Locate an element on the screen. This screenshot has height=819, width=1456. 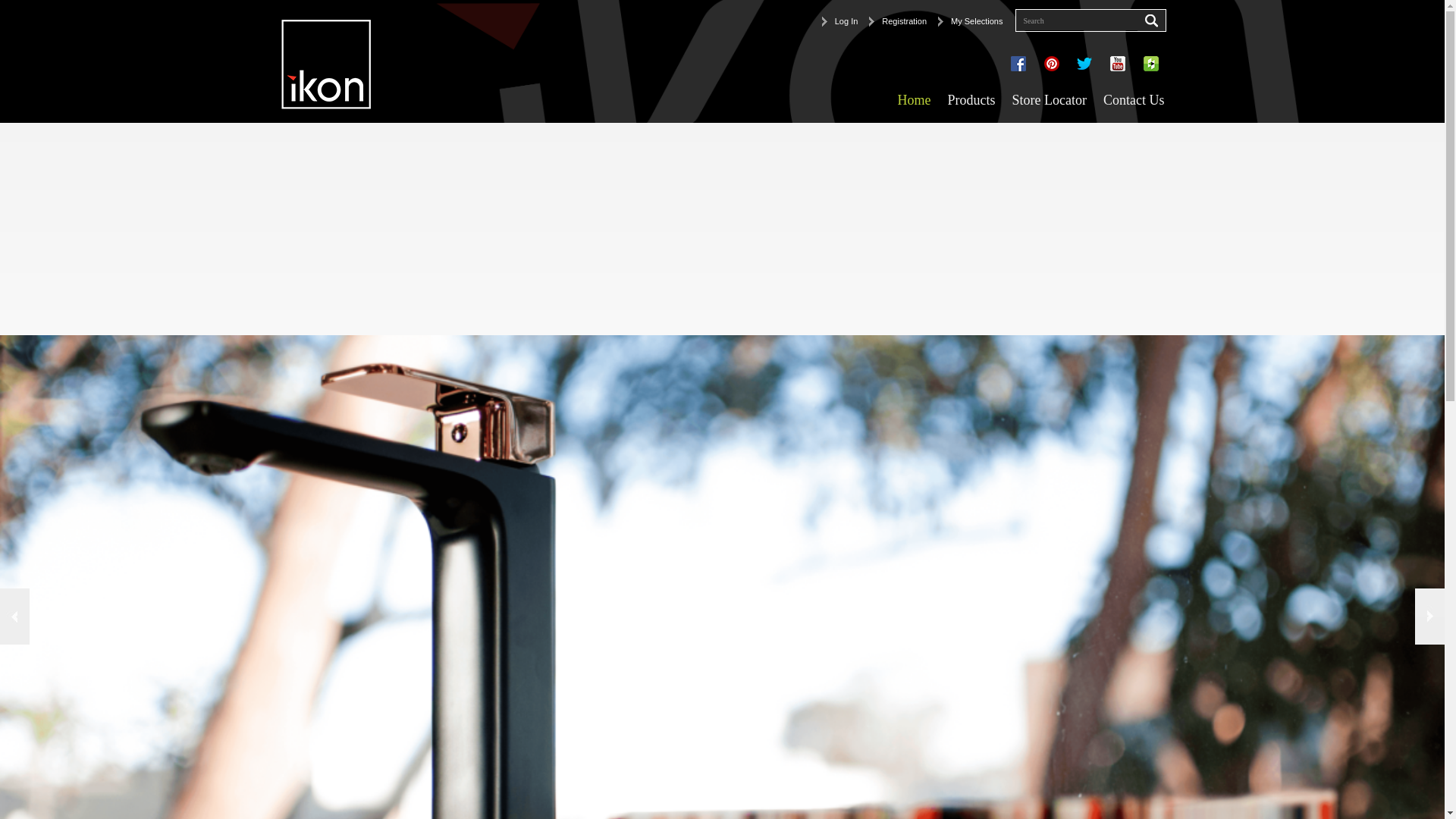
'Home' is located at coordinates (912, 100).